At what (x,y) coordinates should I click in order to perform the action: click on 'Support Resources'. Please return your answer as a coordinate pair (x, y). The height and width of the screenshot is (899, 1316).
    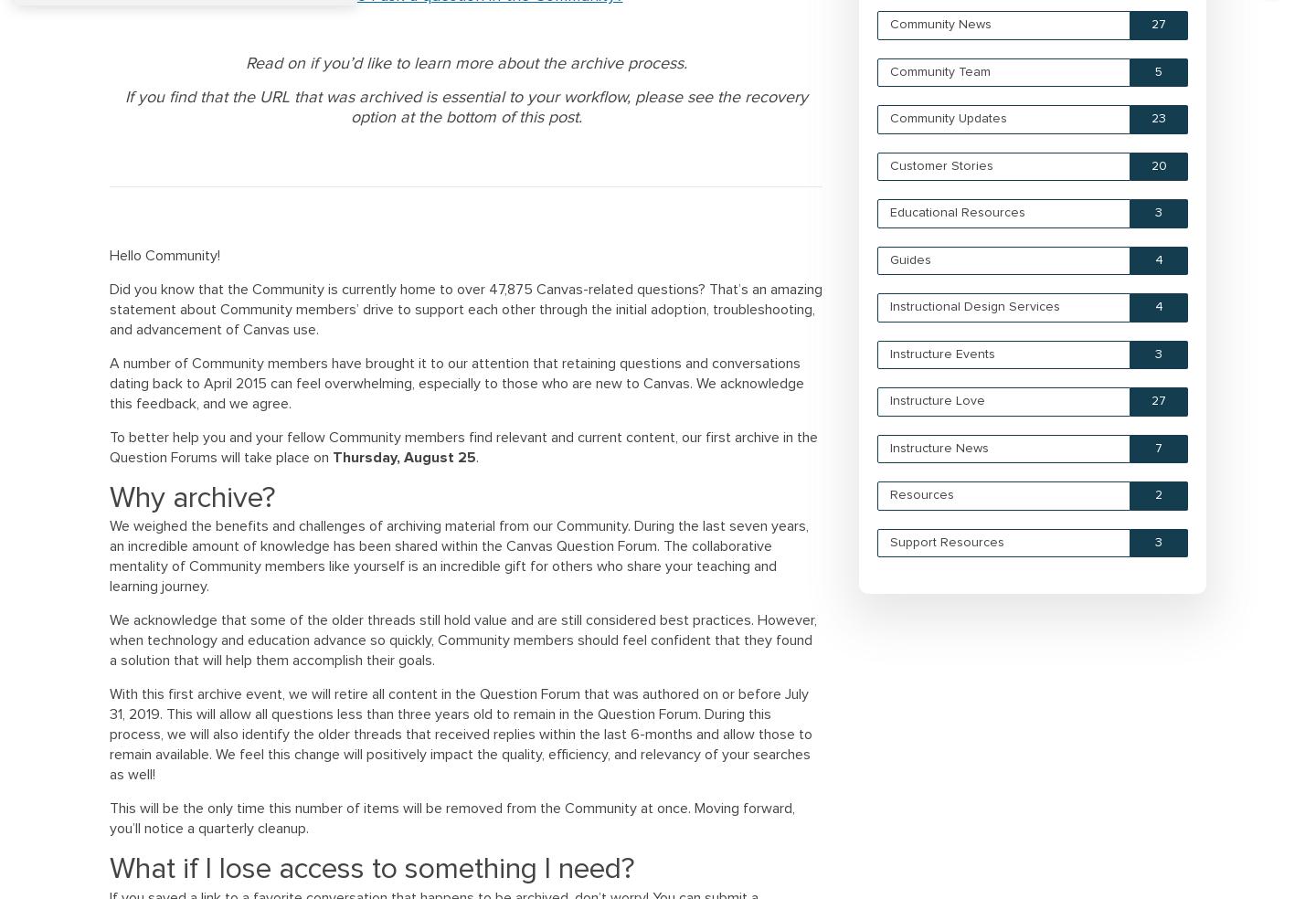
    Looking at the image, I should click on (889, 540).